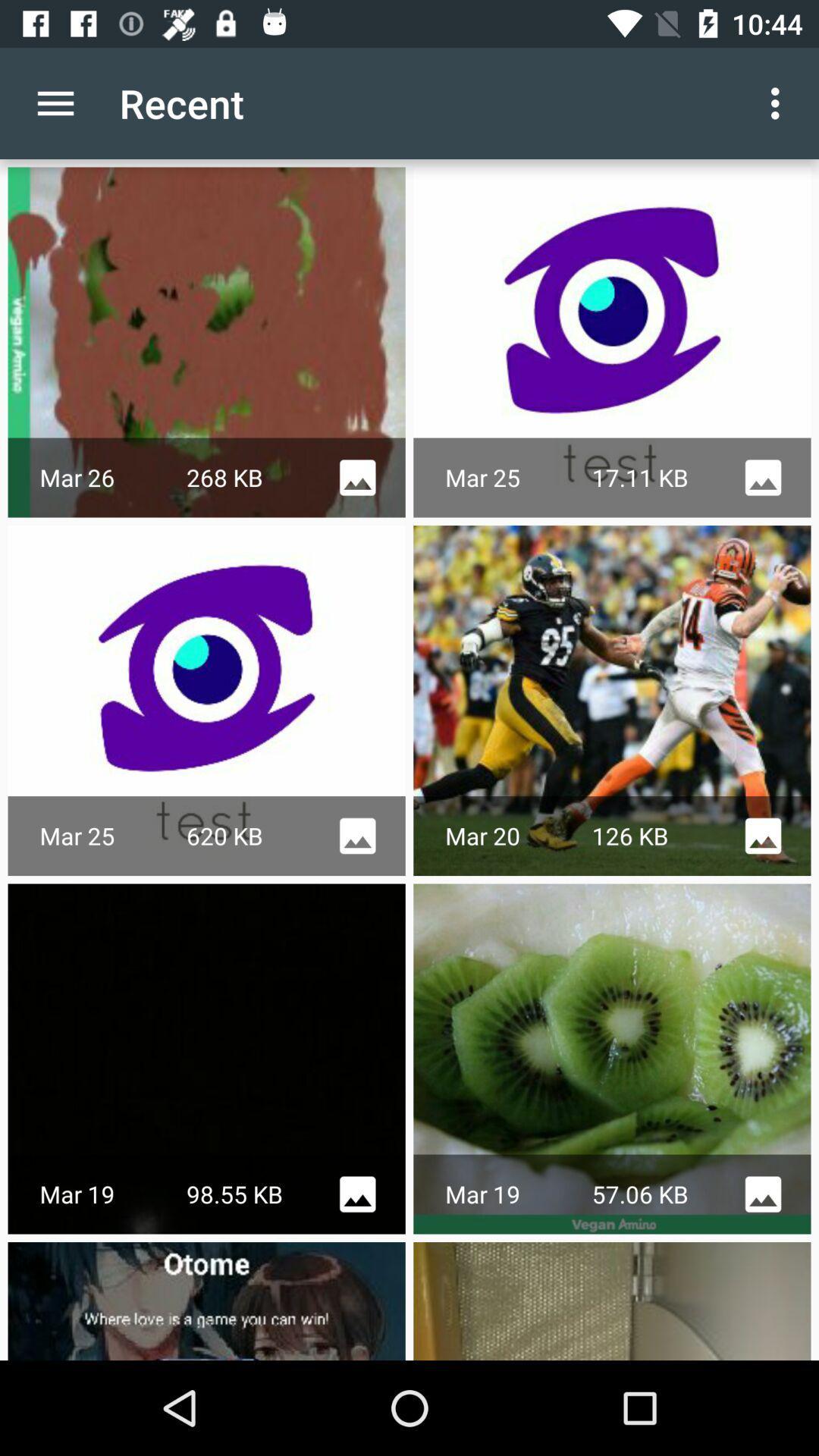  Describe the element at coordinates (779, 102) in the screenshot. I see `the app next to the recent` at that location.